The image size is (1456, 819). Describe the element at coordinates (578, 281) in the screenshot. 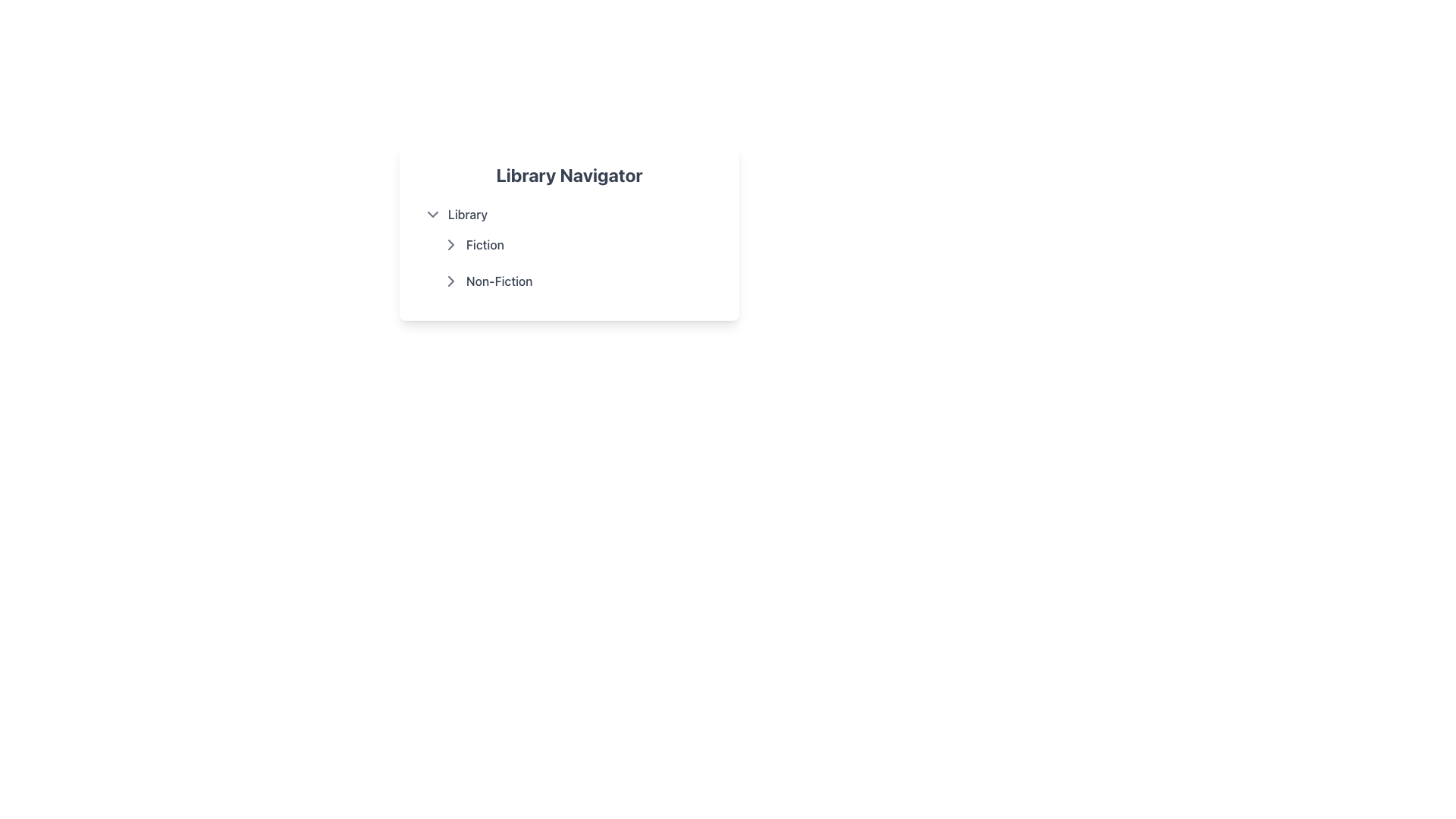

I see `the 'Non-Fiction' menu item located under the 'Library Navigator' panel` at that location.